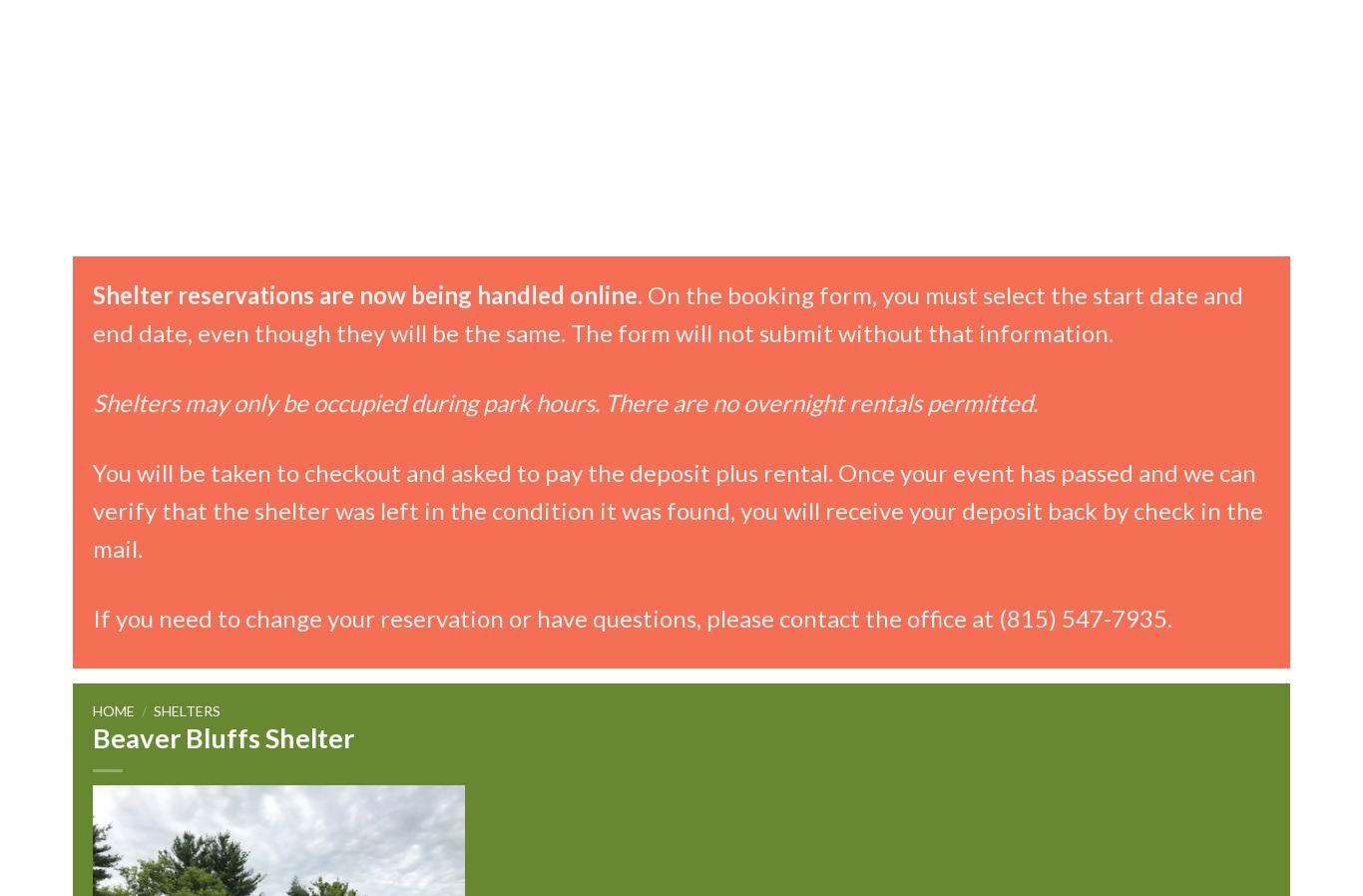  Describe the element at coordinates (518, 280) in the screenshot. I see `'Prescribed Burn Season Schedule'` at that location.